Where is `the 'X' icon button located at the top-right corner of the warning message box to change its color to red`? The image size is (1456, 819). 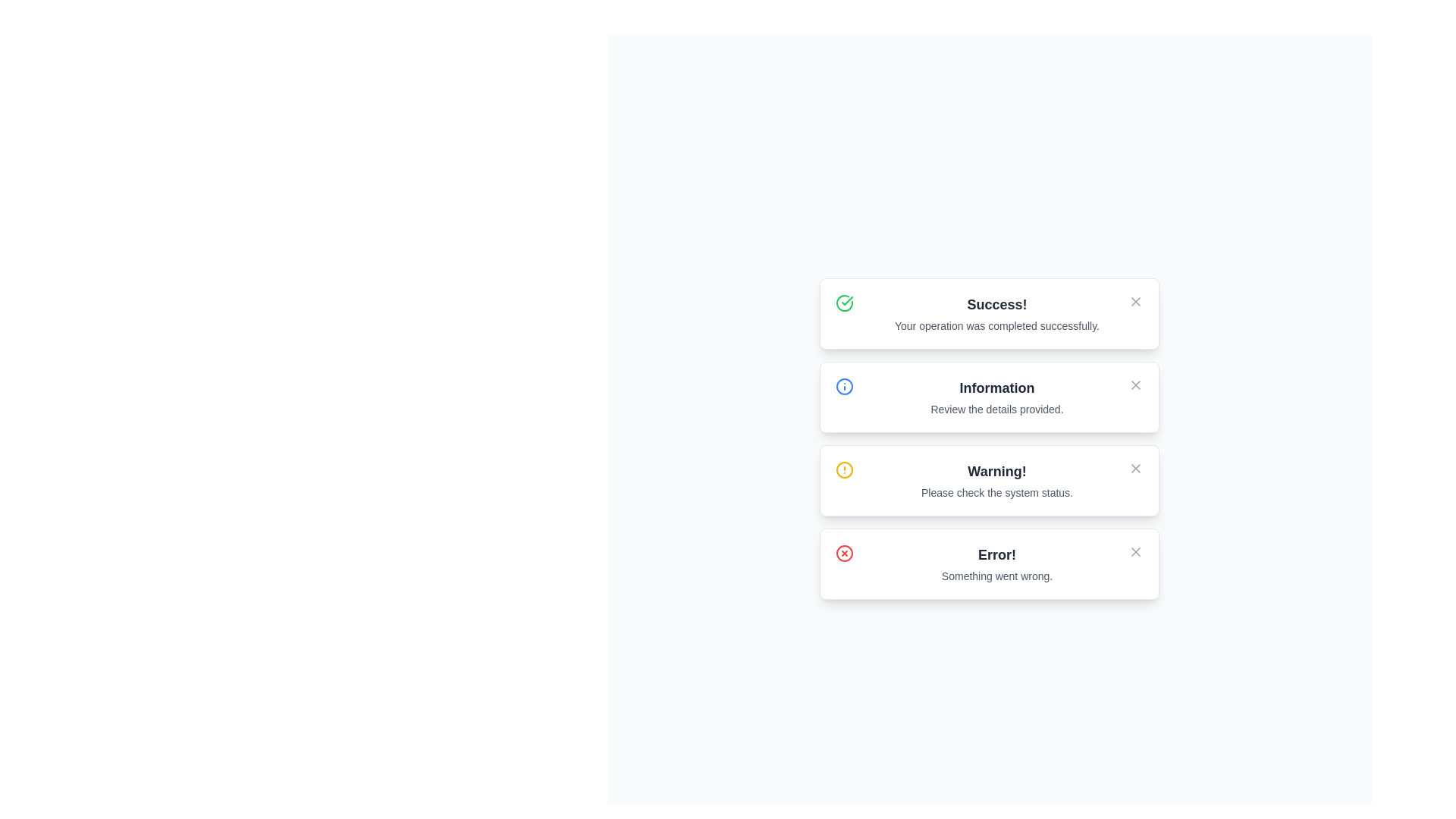 the 'X' icon button located at the top-right corner of the warning message box to change its color to red is located at coordinates (1135, 467).